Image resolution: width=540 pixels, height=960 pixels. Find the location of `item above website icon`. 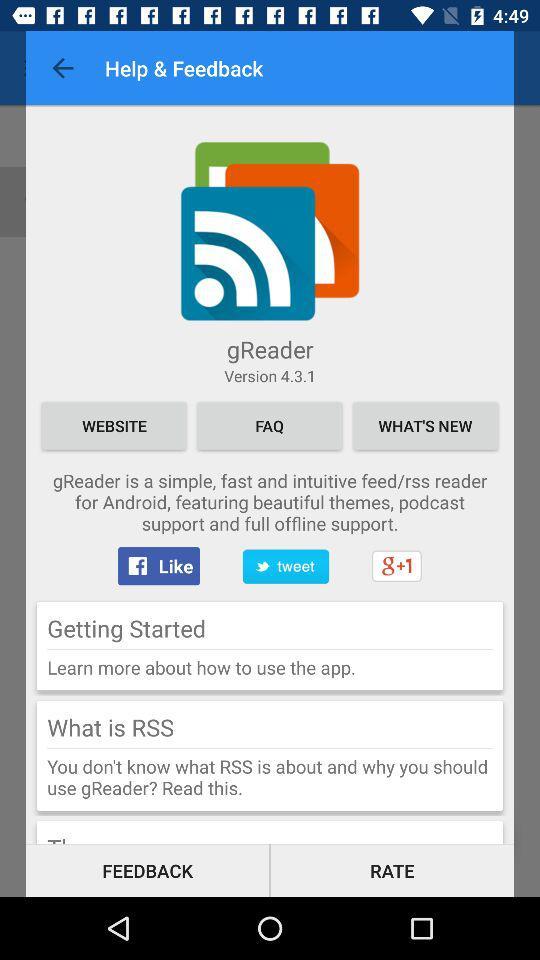

item above website icon is located at coordinates (270, 374).